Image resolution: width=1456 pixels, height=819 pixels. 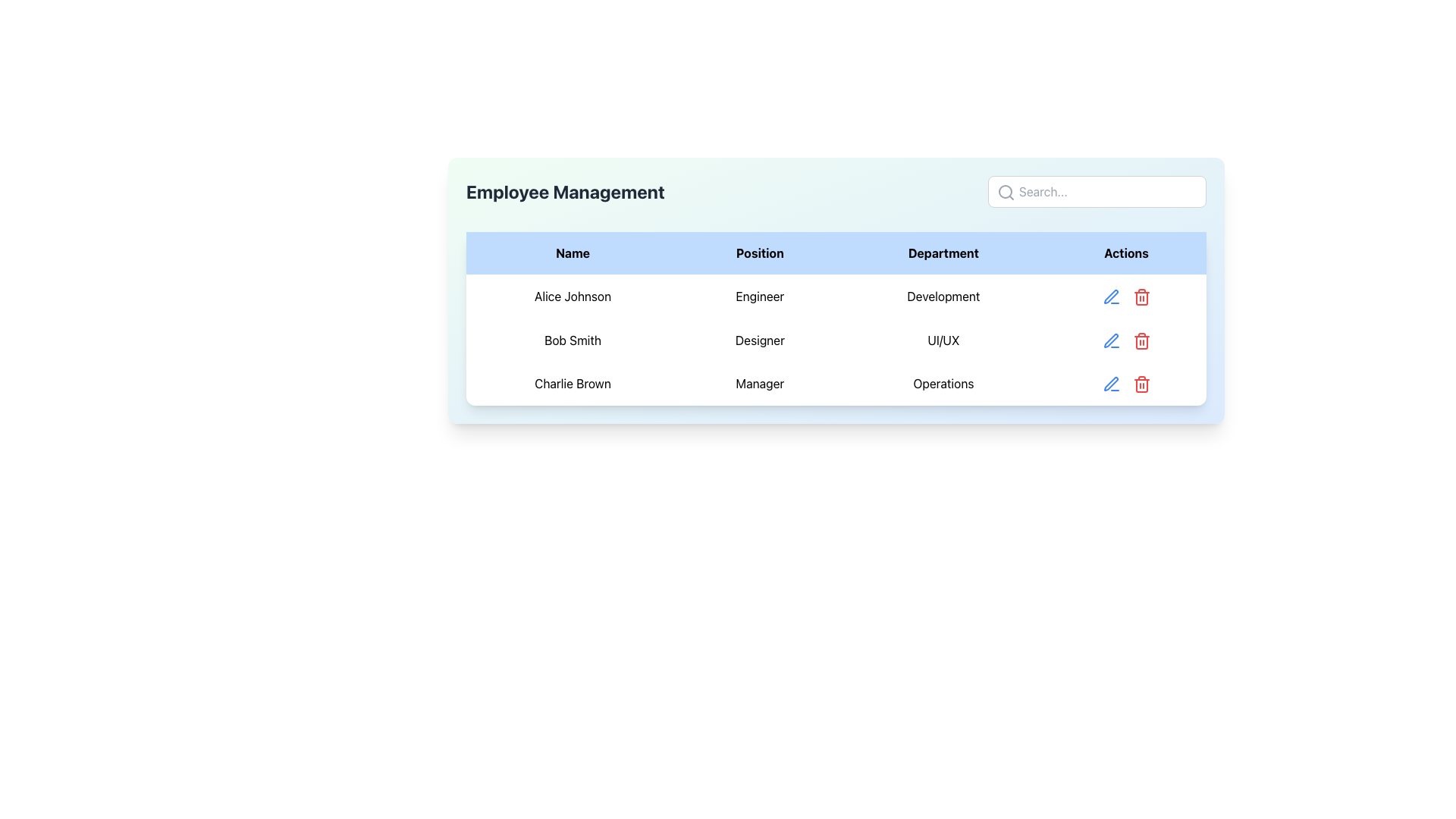 What do you see at coordinates (943, 296) in the screenshot?
I see `the Text Label displaying the department information for employee 'Alice Johnson' in the table, located in the third column under the 'Department' header` at bounding box center [943, 296].